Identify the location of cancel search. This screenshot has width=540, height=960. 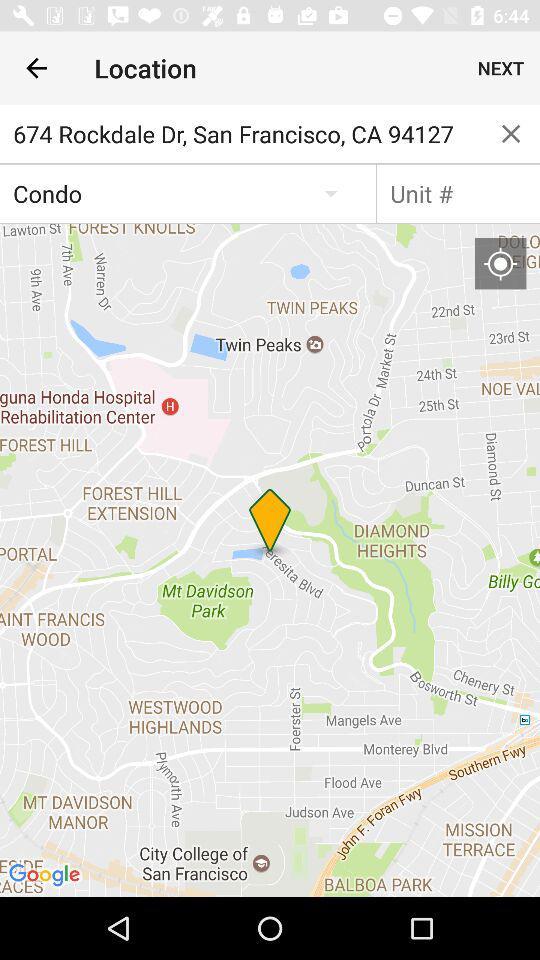
(511, 132).